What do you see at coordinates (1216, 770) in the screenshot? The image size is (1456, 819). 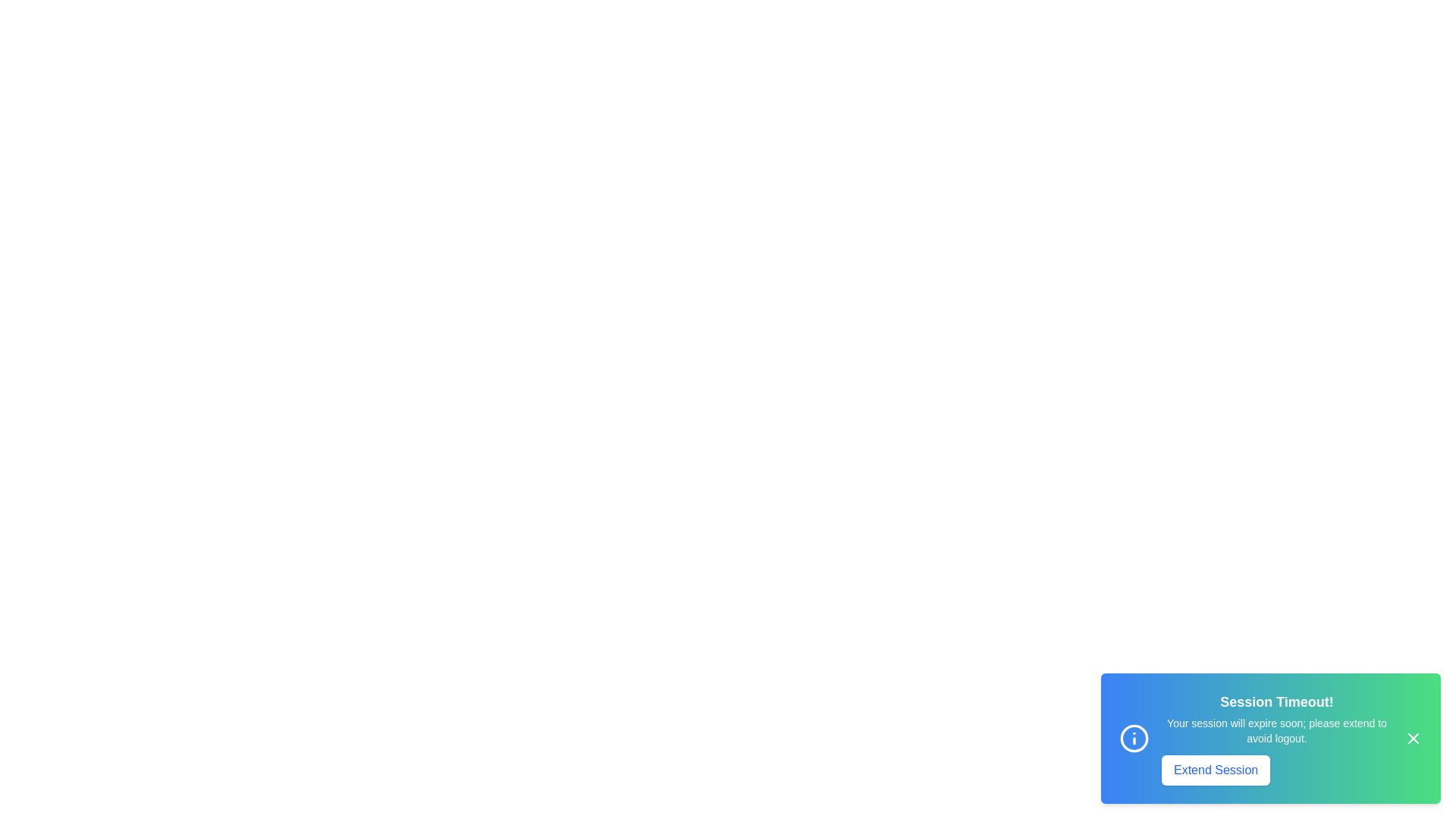 I see `the 'Extend Session' button to extend the session` at bounding box center [1216, 770].